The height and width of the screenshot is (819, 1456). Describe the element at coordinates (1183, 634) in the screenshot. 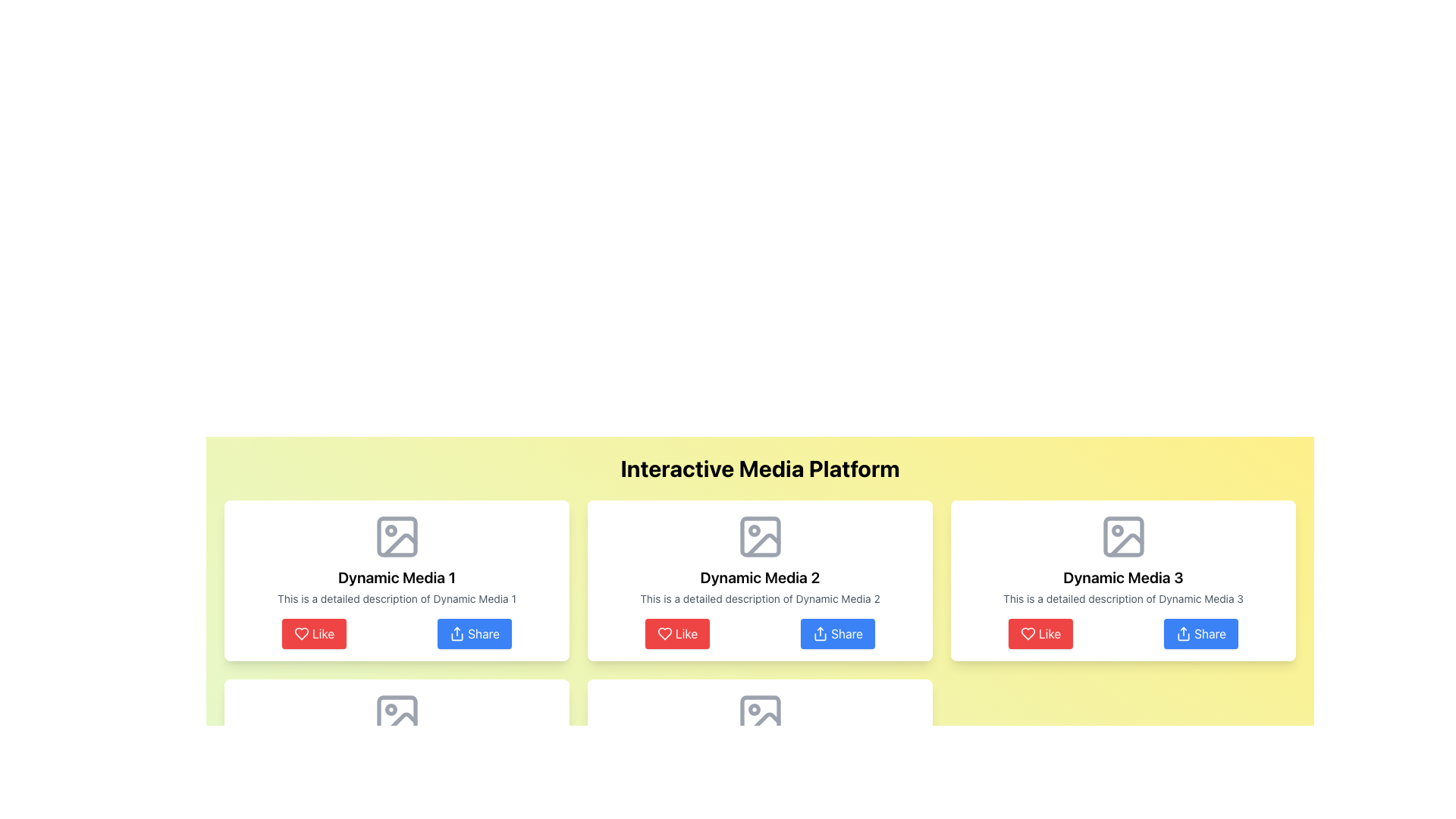

I see `the blue sharing icon located within the 'Share' button of the third card titled 'Dynamic Media 3'` at that location.